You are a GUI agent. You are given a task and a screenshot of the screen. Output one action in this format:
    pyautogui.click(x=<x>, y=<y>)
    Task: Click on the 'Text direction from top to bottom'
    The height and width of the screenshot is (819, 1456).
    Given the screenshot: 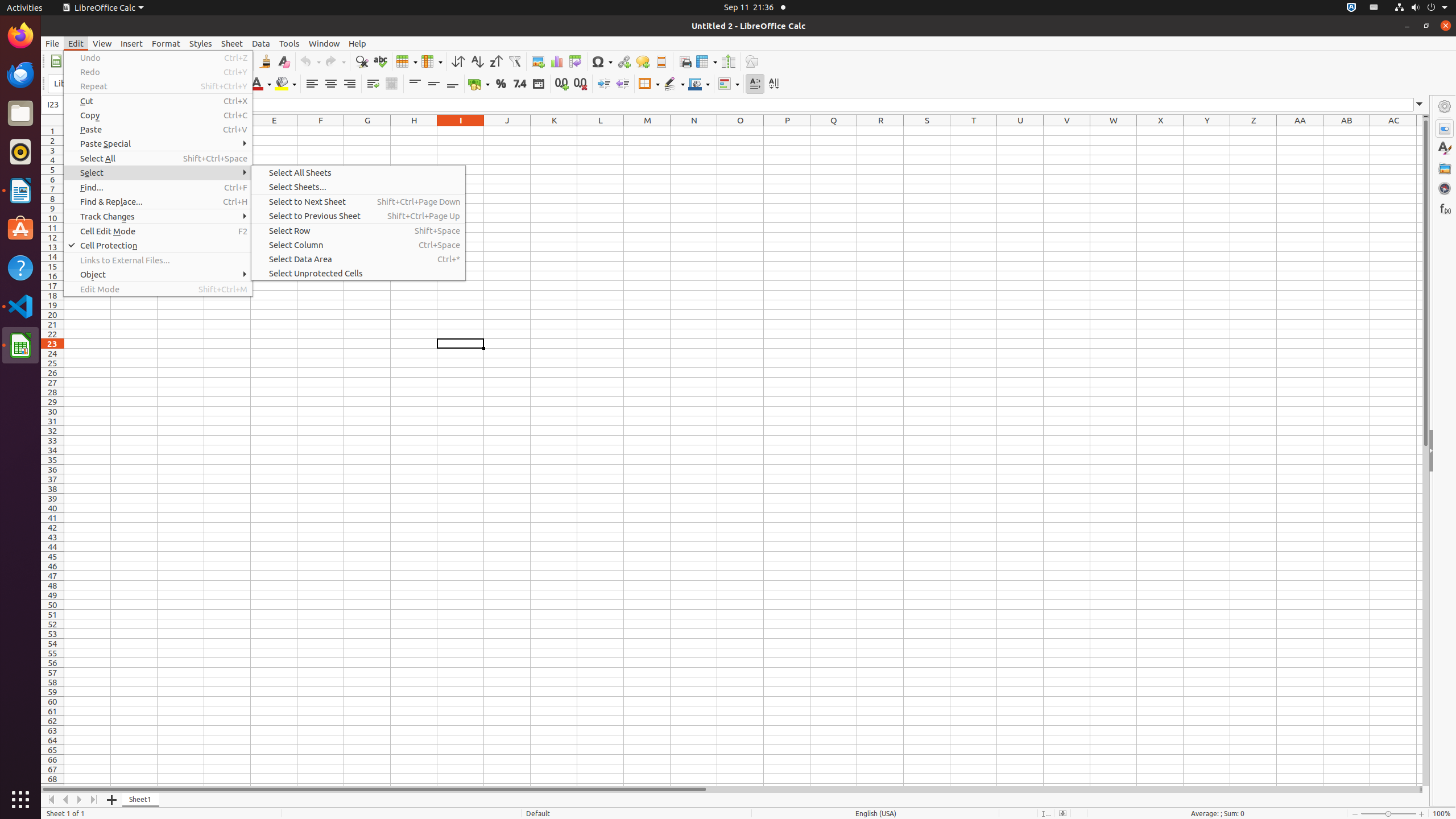 What is the action you would take?
    pyautogui.click(x=773, y=83)
    